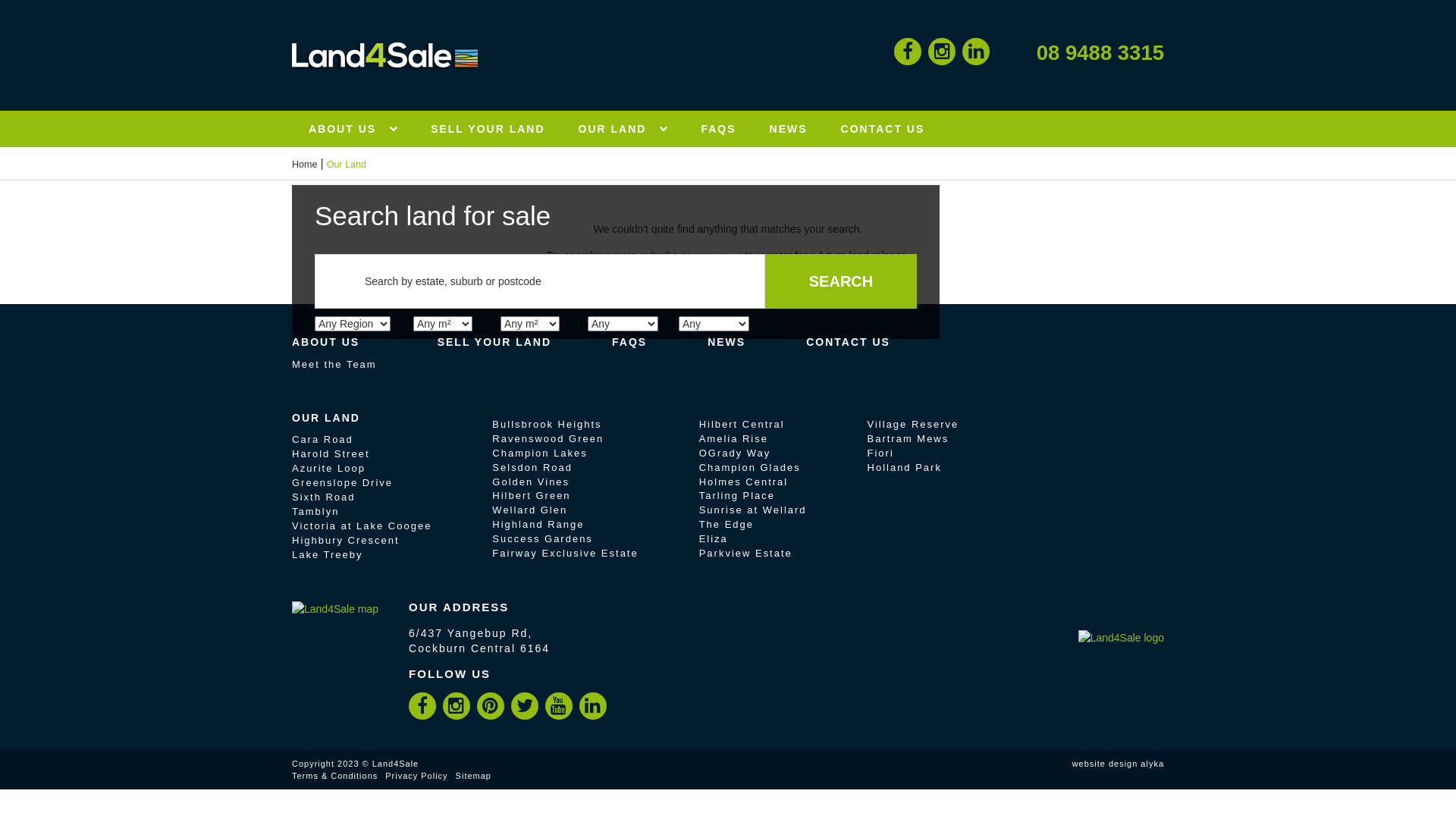 The height and width of the screenshot is (819, 1456). I want to click on 'CONTACT US', so click(847, 342).